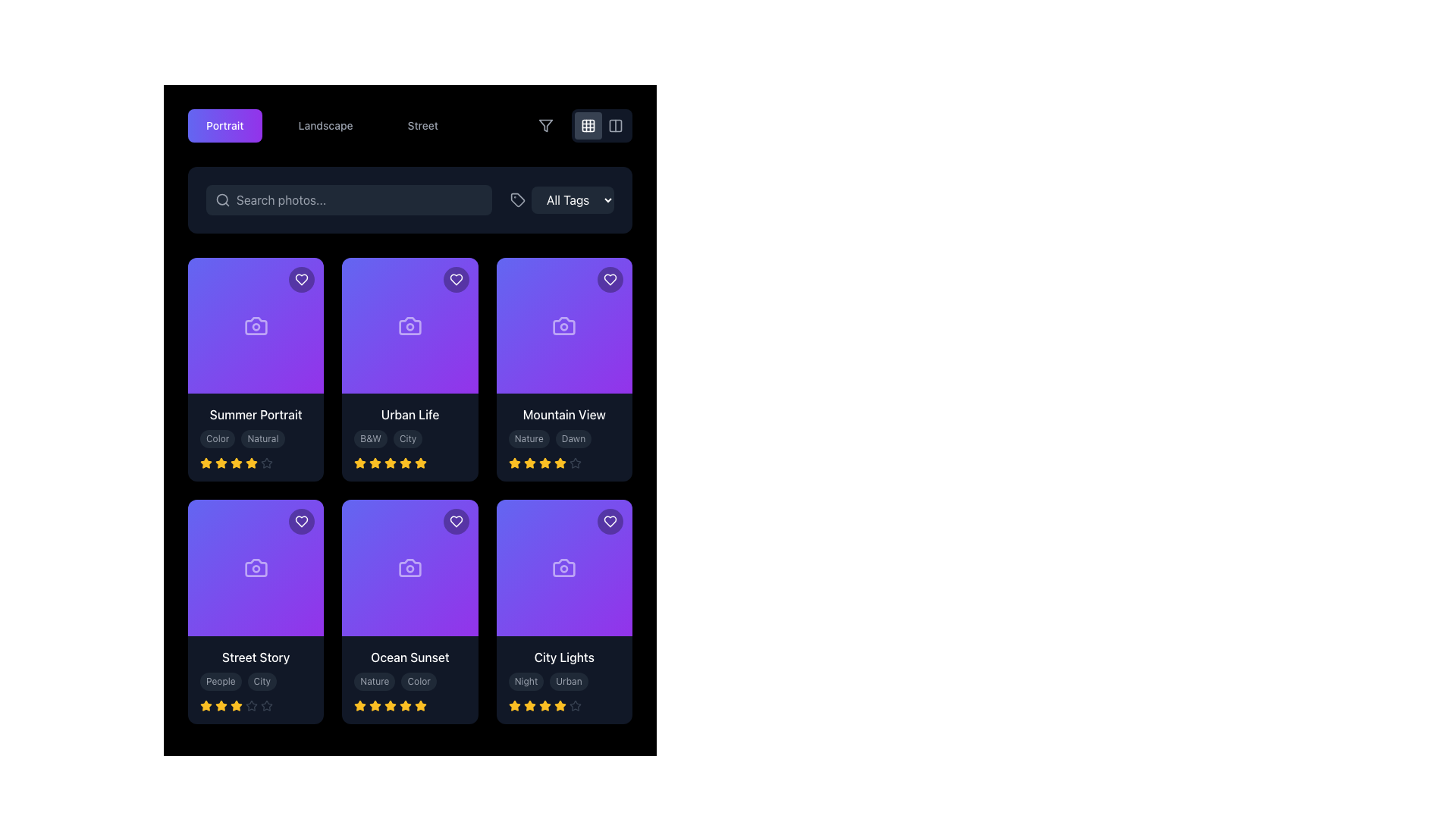 The width and height of the screenshot is (1456, 819). I want to click on the fourth filled amber star icon in the rating section below the 'Street Story' item card, so click(236, 704).